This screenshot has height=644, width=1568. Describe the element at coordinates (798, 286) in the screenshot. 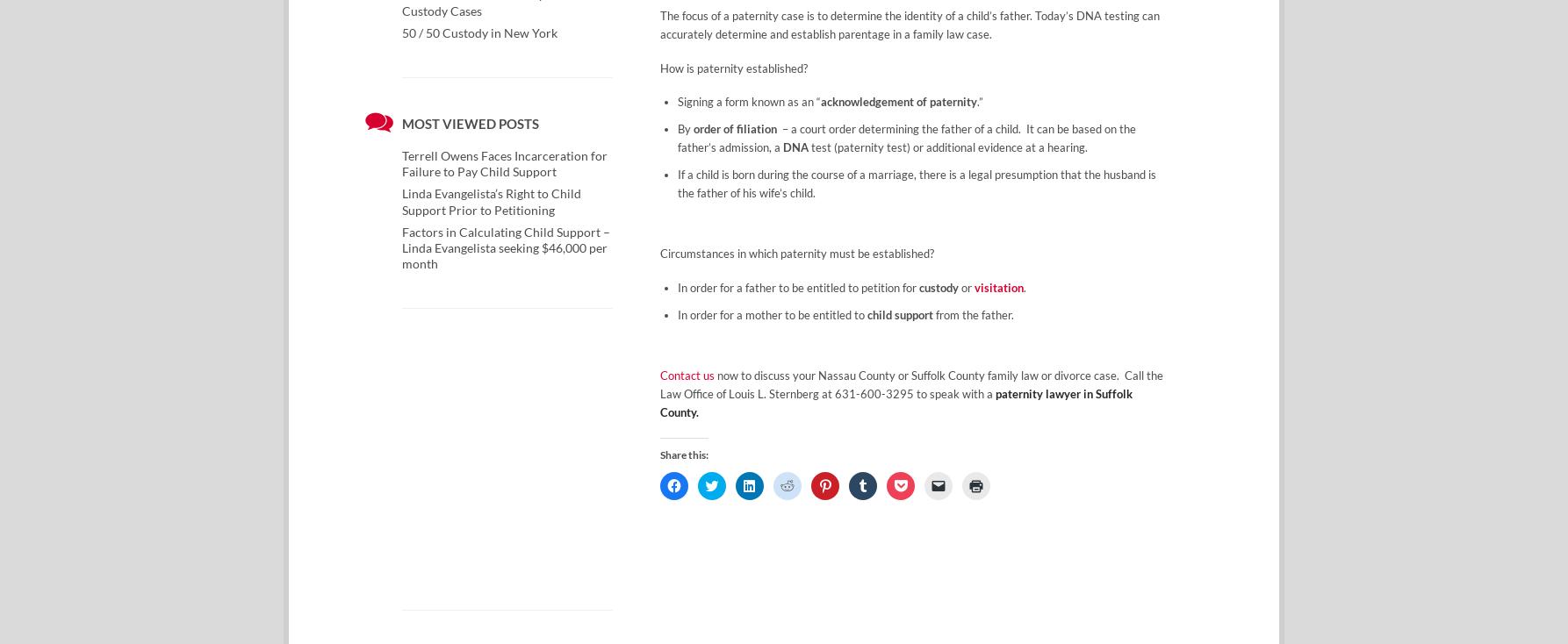

I see `'In order for a father to be entitled to petition for'` at that location.